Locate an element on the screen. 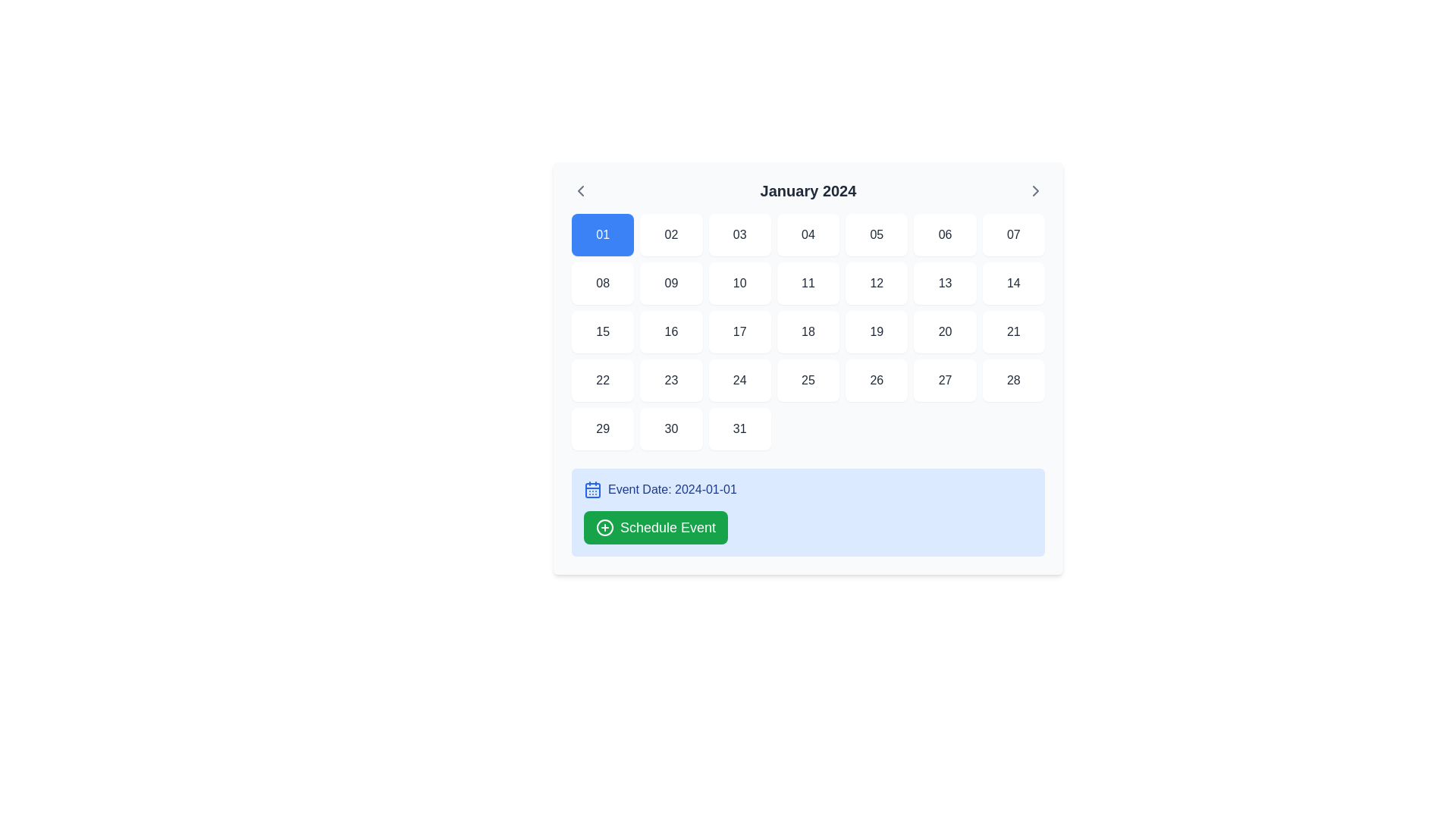 This screenshot has width=1456, height=819. the button representing the date '21st' in the calendar grid is located at coordinates (1013, 331).